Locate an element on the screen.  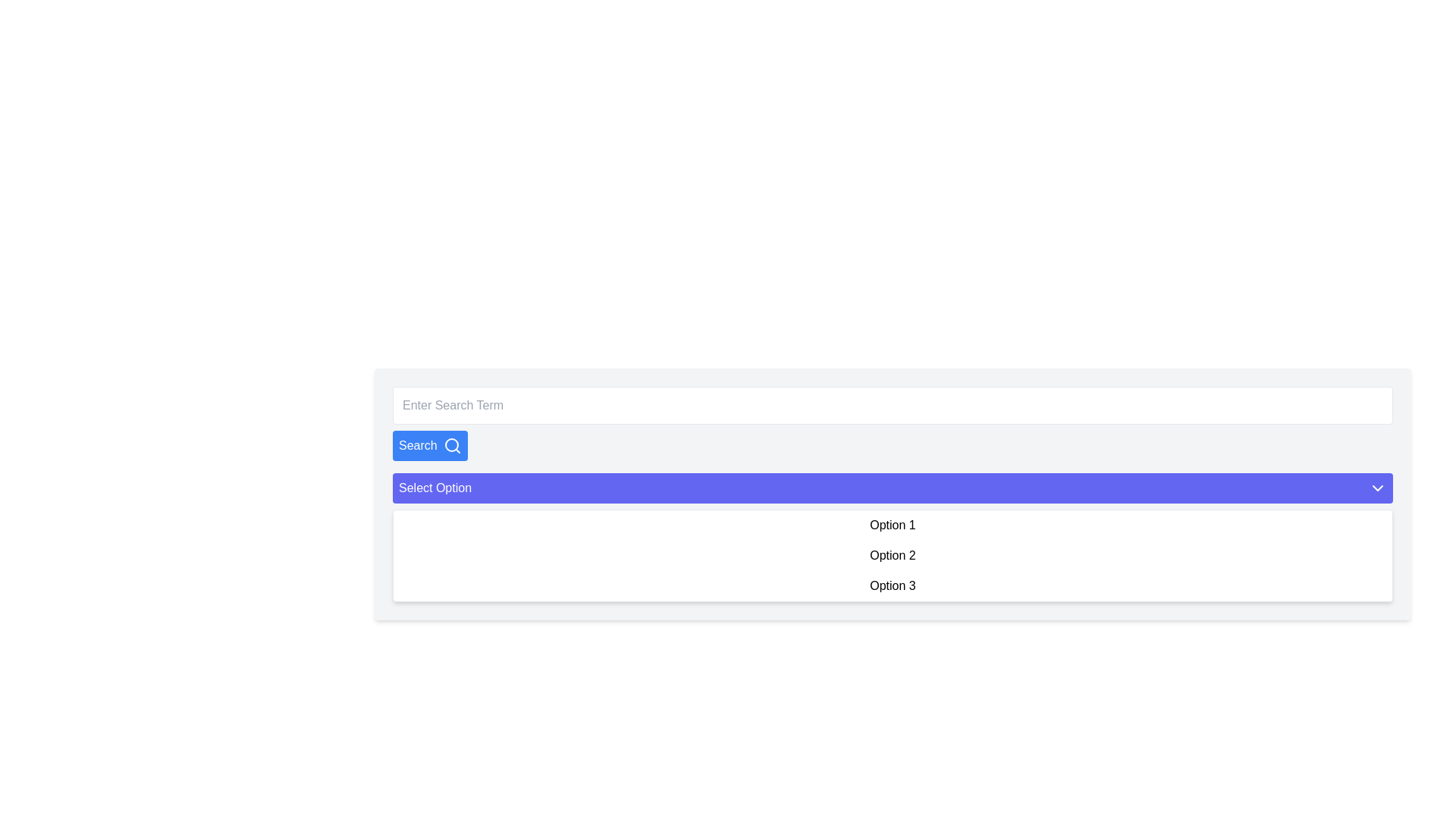
the blue rectangular button labeled 'Search' with a magnifying glass icon is located at coordinates (429, 444).